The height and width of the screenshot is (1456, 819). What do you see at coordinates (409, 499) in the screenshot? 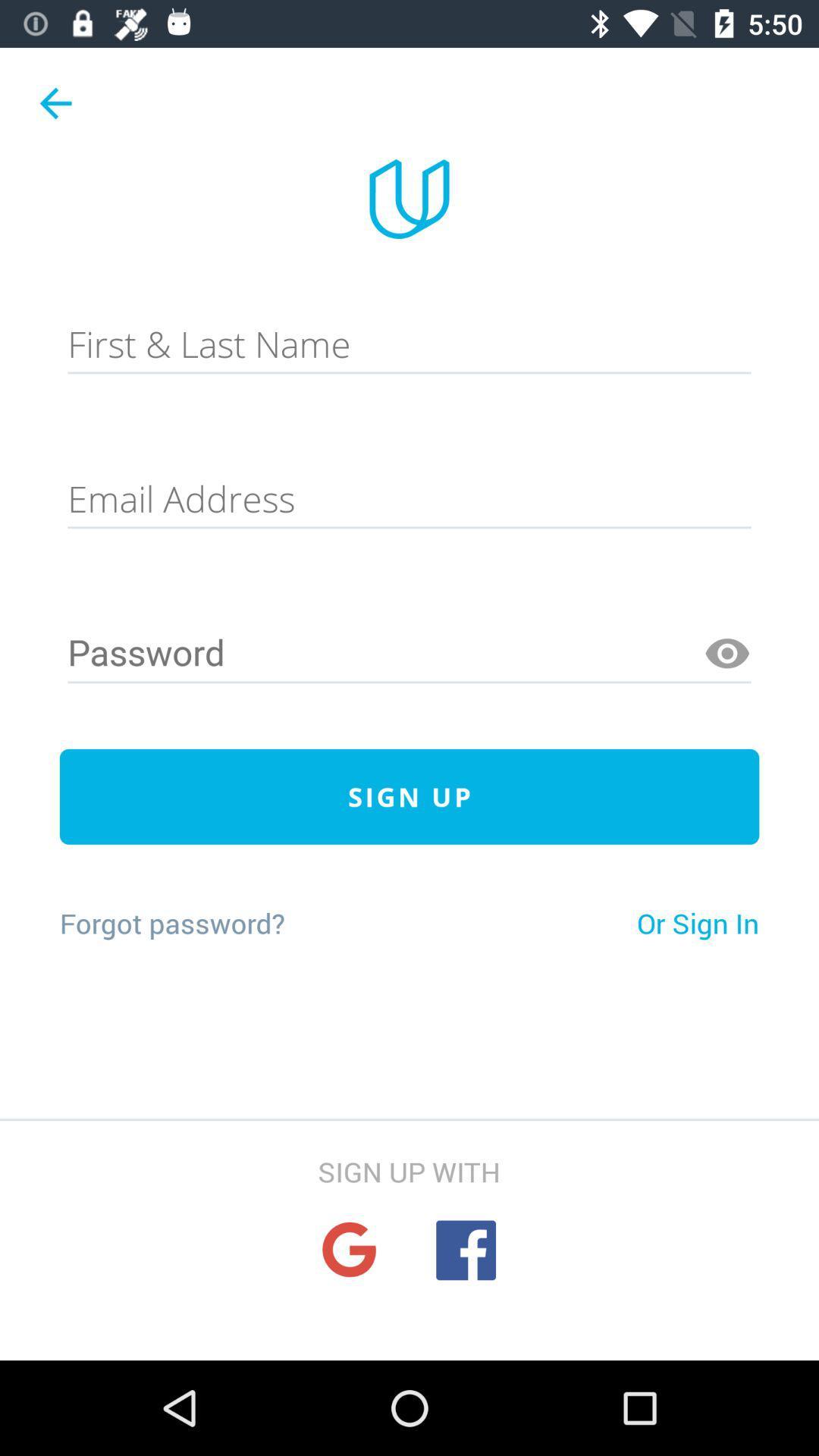
I see `e-mail bar` at bounding box center [409, 499].